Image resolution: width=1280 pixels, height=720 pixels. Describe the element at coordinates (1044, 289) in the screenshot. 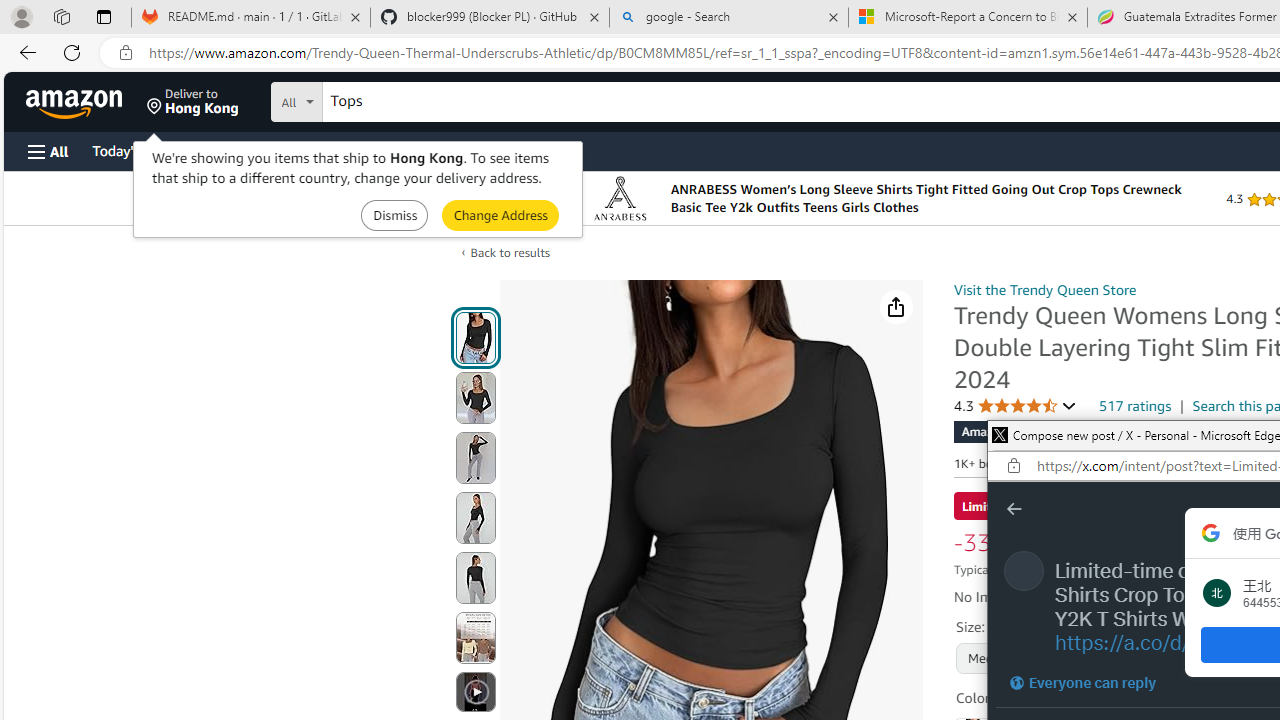

I see `'Visit the Trendy Queen Store'` at that location.